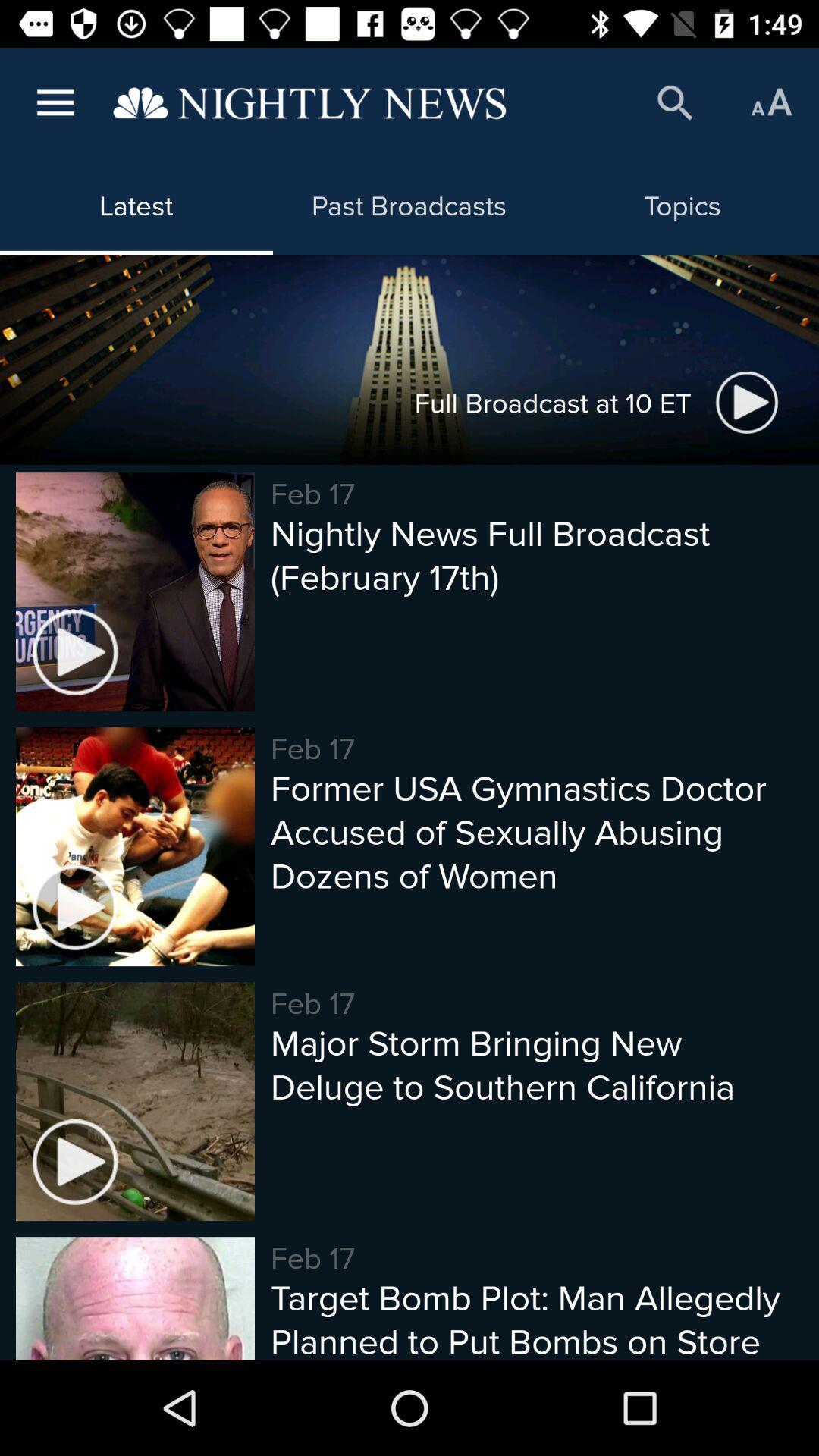 The height and width of the screenshot is (1456, 819). Describe the element at coordinates (309, 102) in the screenshot. I see `returns back to the fist page of the website` at that location.